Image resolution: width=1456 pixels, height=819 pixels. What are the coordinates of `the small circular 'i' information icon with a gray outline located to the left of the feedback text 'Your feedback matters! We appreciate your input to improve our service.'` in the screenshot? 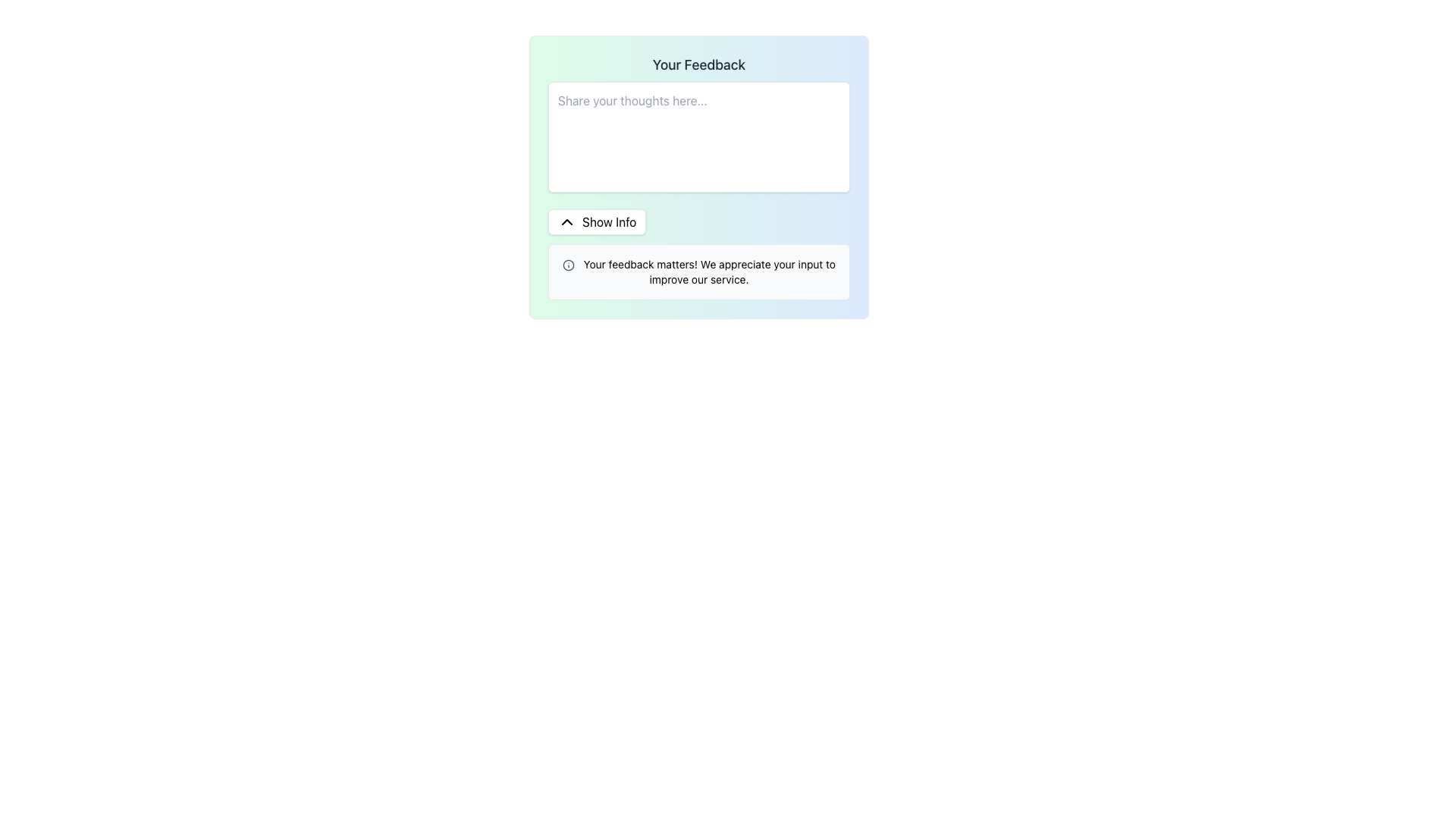 It's located at (567, 265).